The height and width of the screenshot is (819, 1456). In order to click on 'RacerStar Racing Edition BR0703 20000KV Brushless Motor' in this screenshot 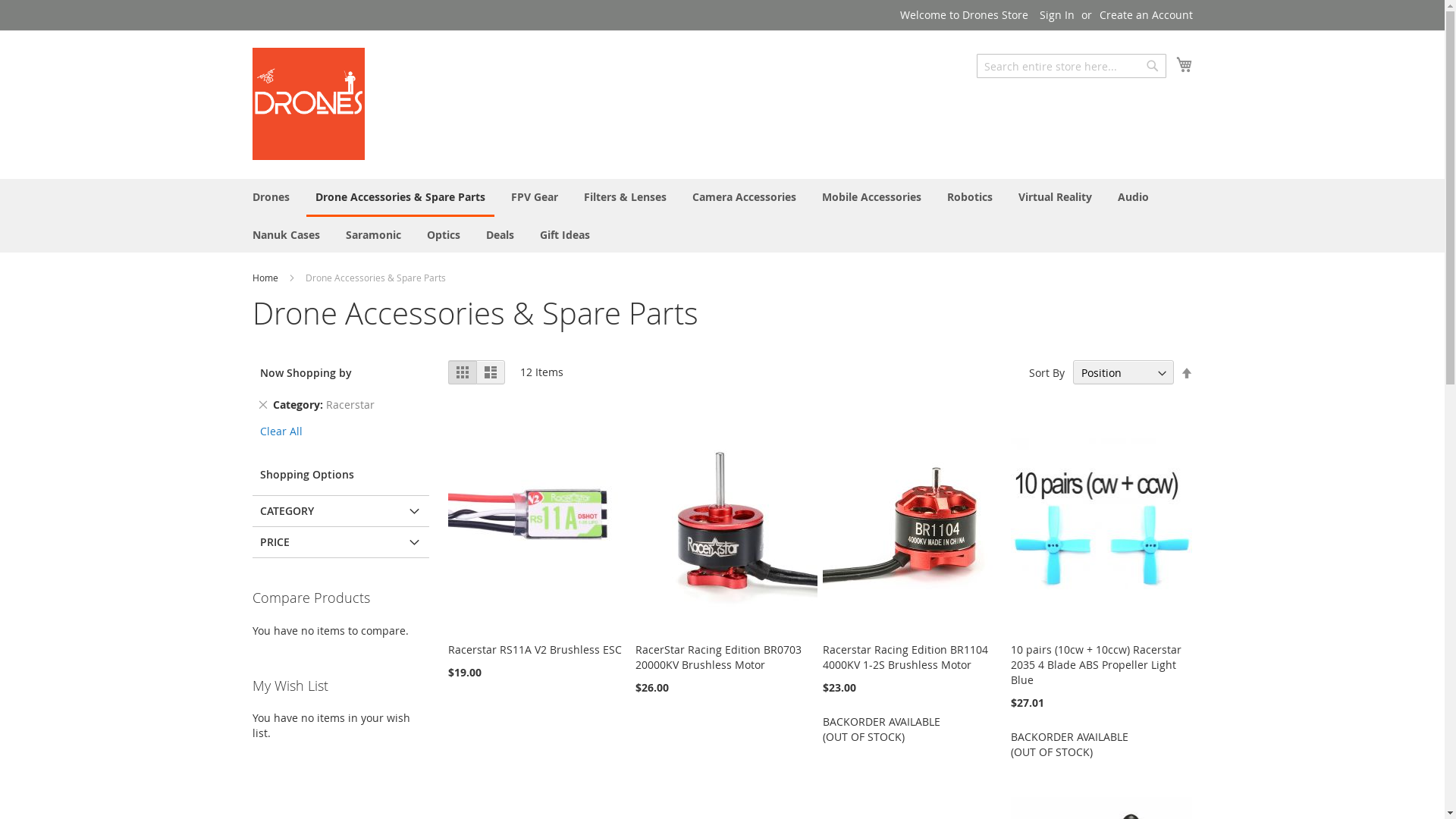, I will do `click(717, 656)`.